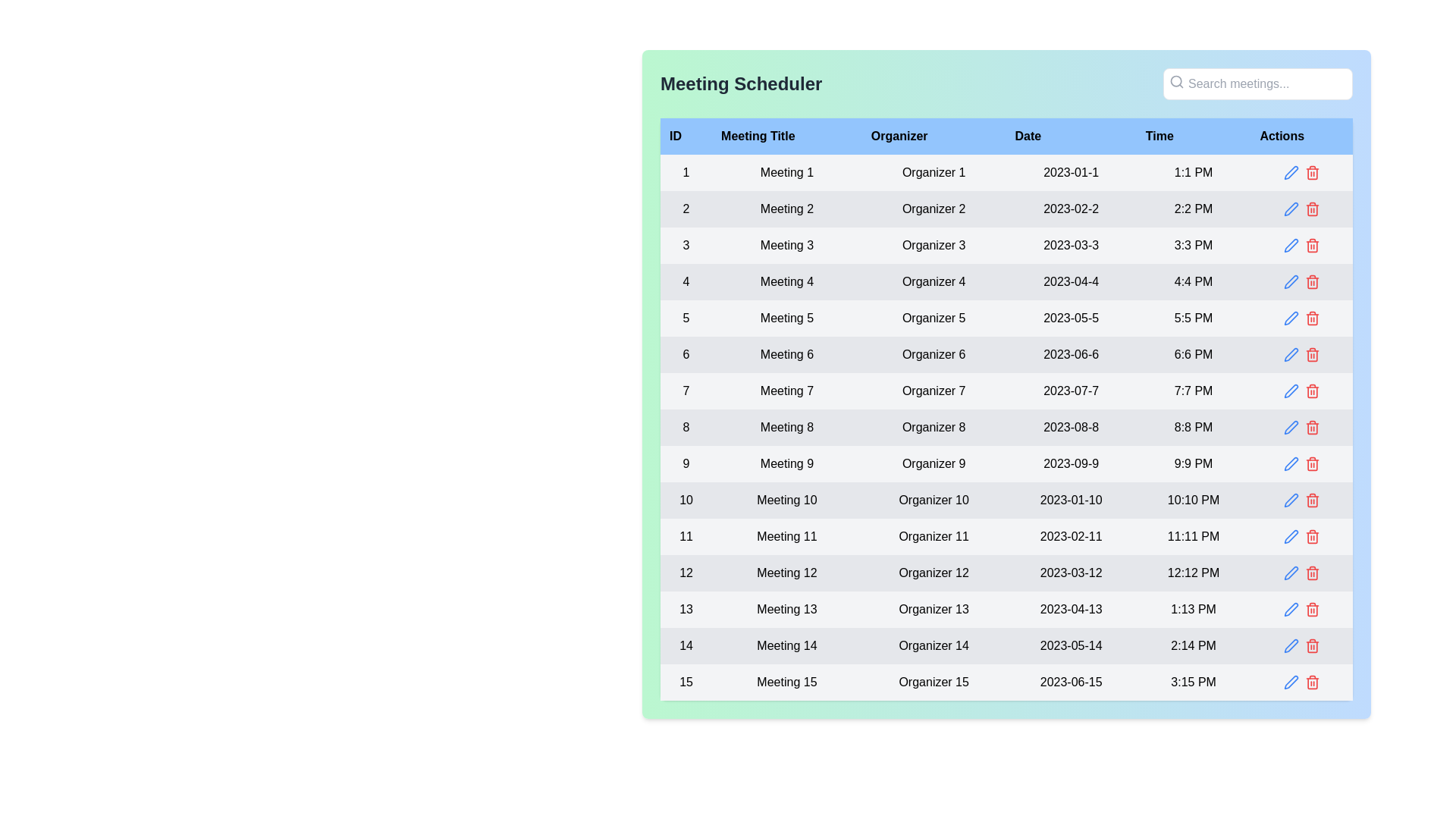 The height and width of the screenshot is (819, 1456). I want to click on the delete button icon located in the Actions column of the row corresponding to 'Meeting 10', so click(1311, 500).